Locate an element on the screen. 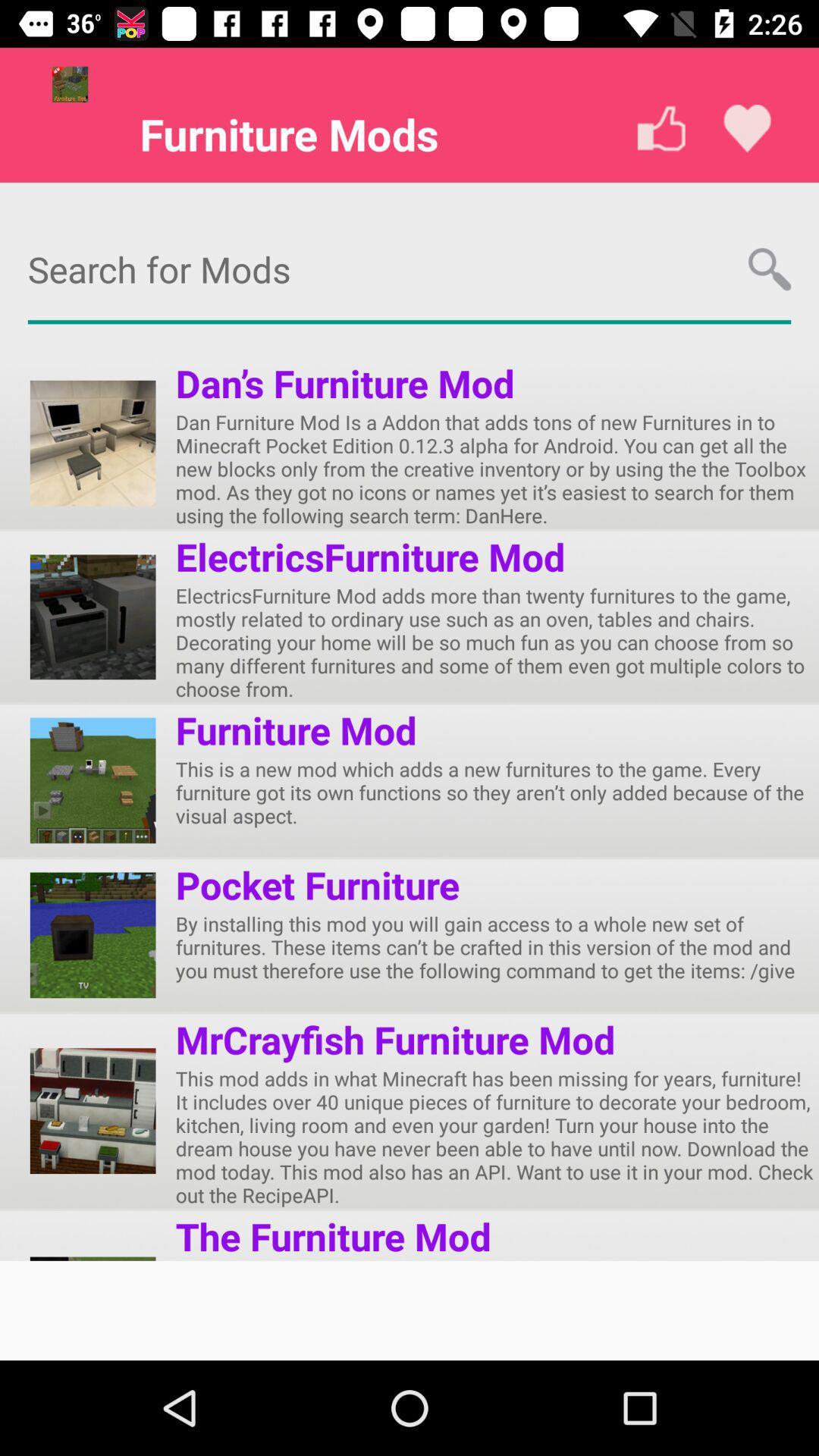 This screenshot has height=1456, width=819. the favorite icon is located at coordinates (746, 128).